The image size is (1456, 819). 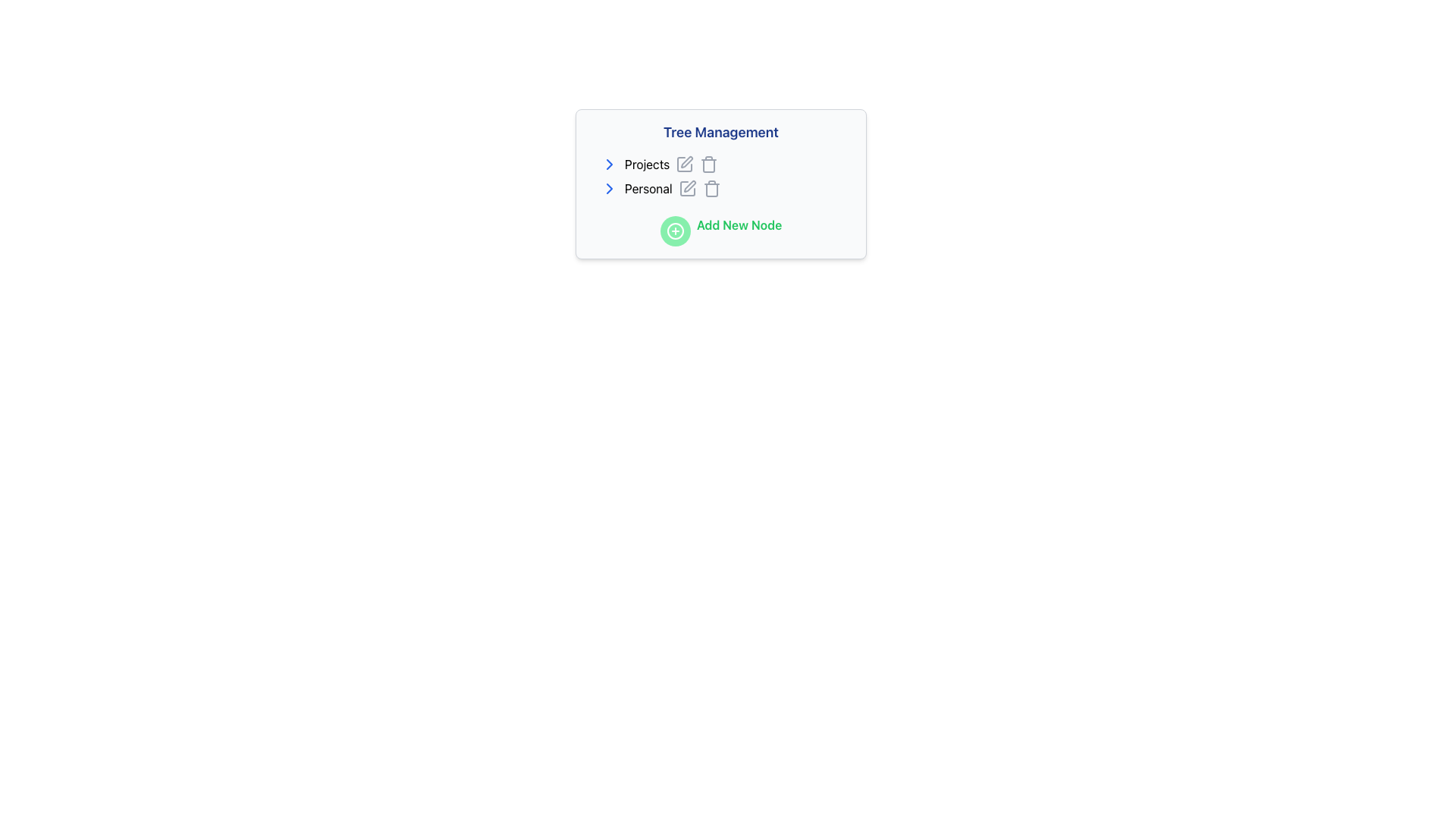 What do you see at coordinates (711, 189) in the screenshot?
I see `the trash bin icon located to the far right of the 'Personal' item to initiate a delete action` at bounding box center [711, 189].